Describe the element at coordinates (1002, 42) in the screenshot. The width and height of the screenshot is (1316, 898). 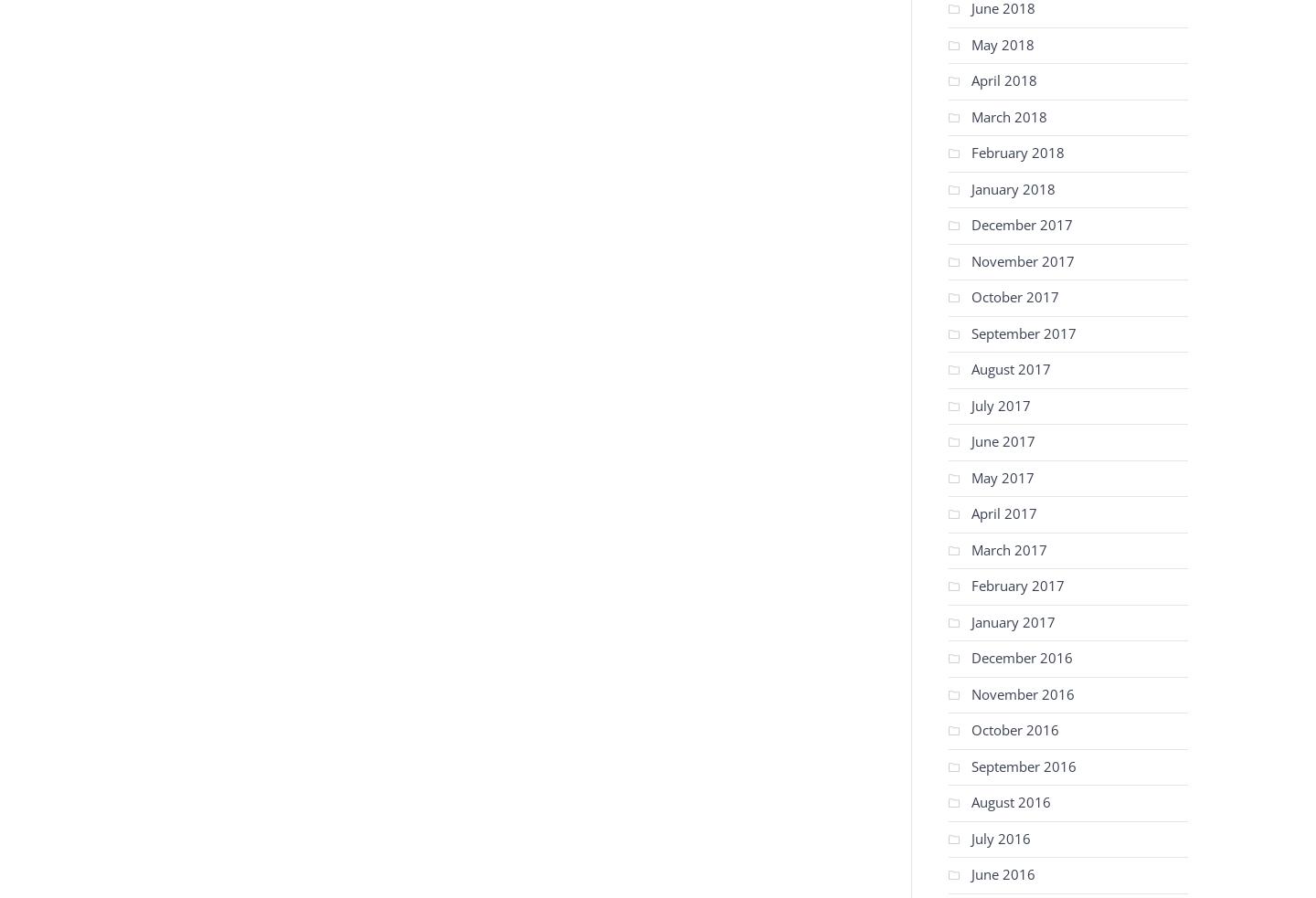
I see `'May 2018'` at that location.